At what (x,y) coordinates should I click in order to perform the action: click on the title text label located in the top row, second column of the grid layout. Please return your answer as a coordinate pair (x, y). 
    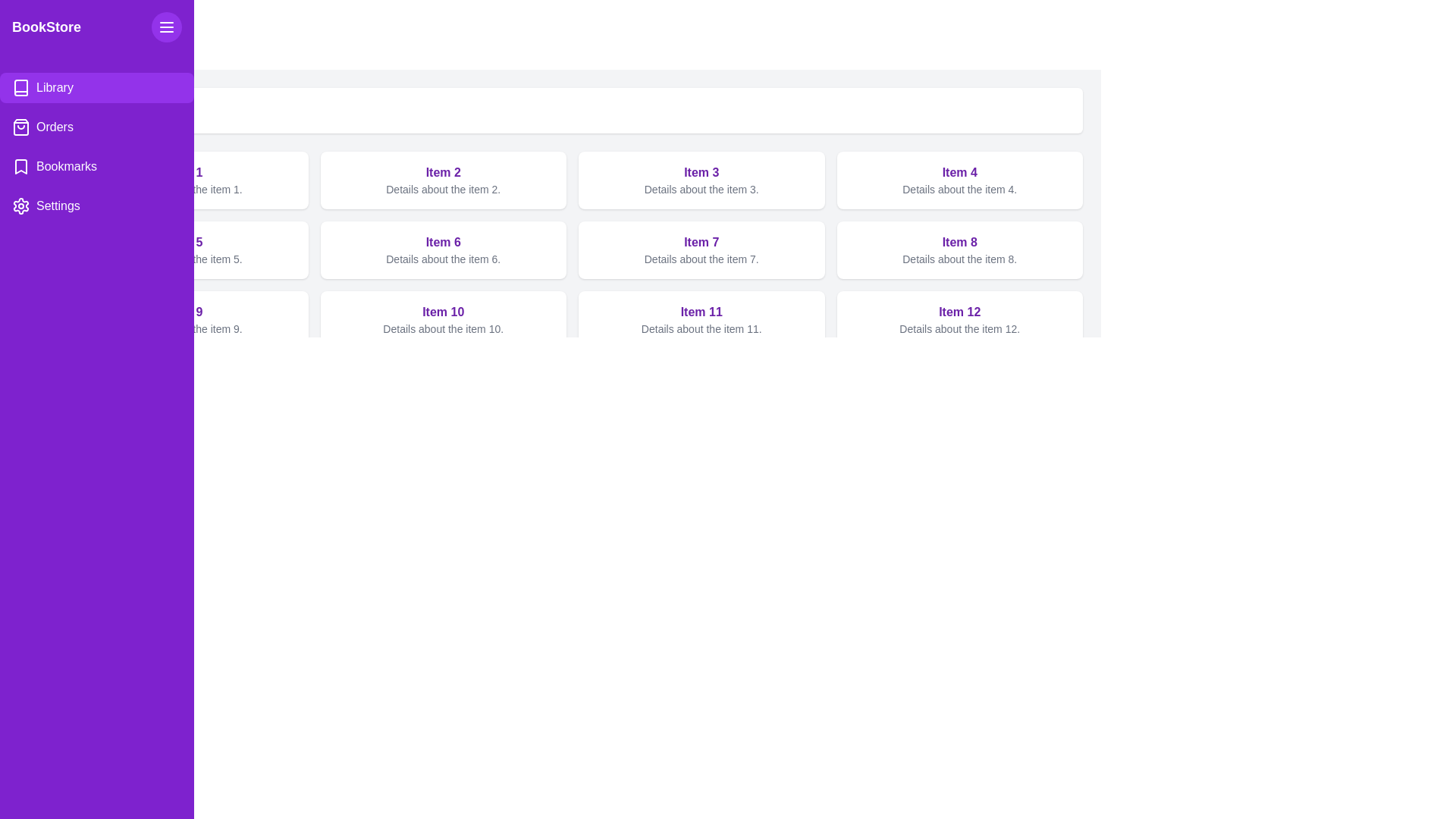
    Looking at the image, I should click on (442, 171).